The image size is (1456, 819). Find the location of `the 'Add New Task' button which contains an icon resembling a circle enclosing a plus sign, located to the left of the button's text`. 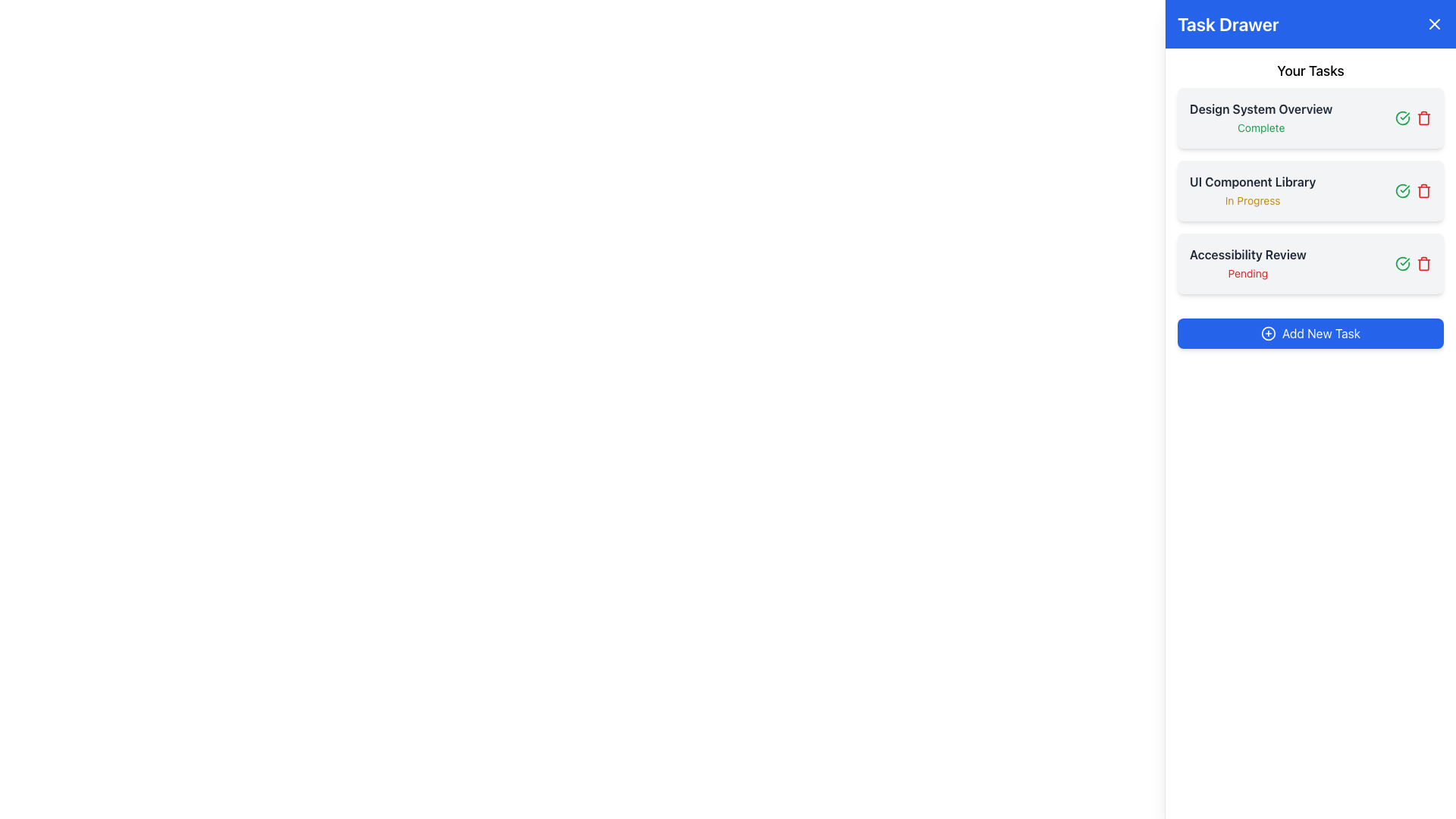

the 'Add New Task' button which contains an icon resembling a circle enclosing a plus sign, located to the left of the button's text is located at coordinates (1268, 332).